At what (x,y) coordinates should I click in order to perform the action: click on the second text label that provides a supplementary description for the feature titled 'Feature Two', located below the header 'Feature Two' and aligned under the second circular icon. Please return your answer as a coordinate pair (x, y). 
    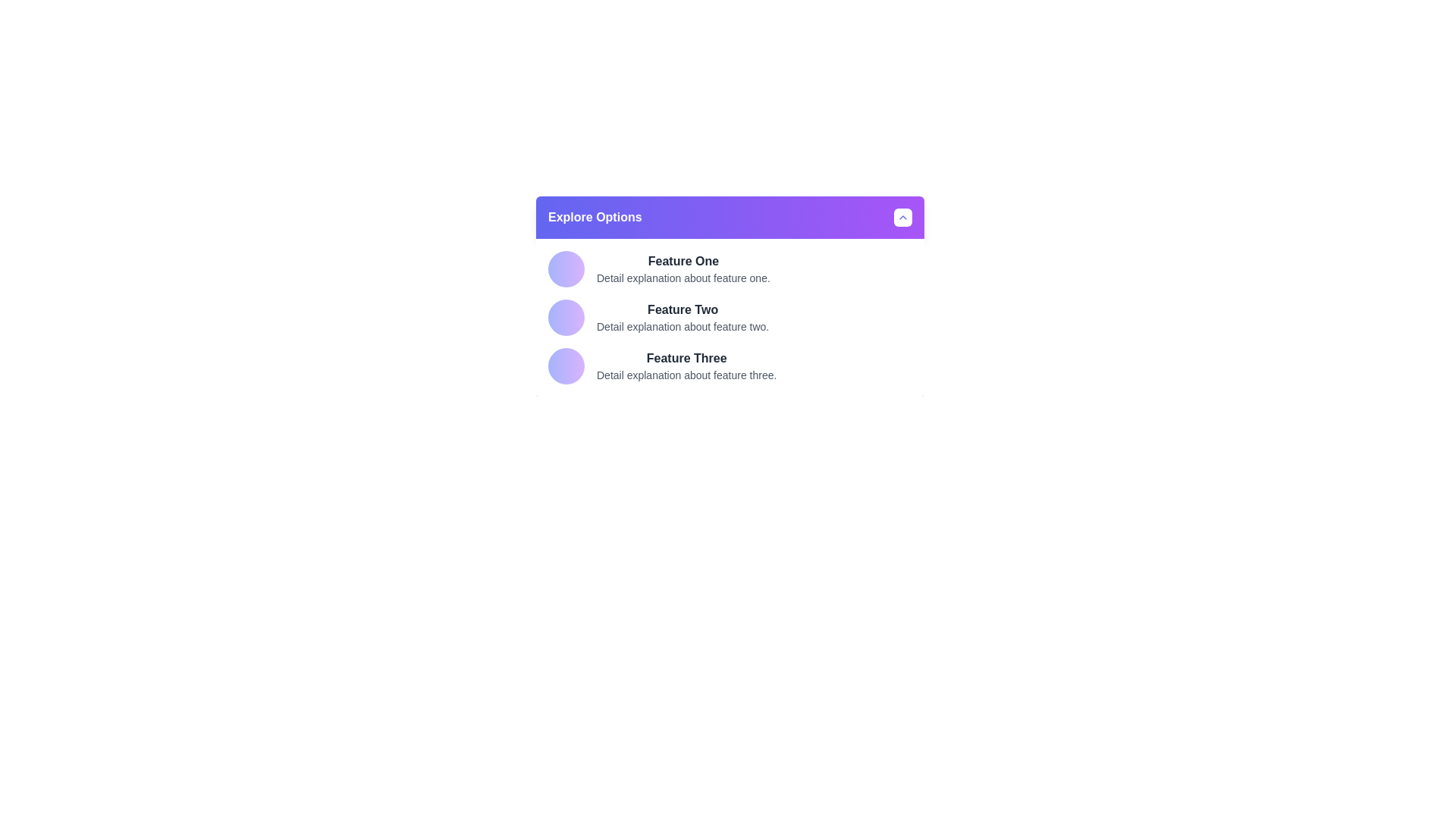
    Looking at the image, I should click on (682, 326).